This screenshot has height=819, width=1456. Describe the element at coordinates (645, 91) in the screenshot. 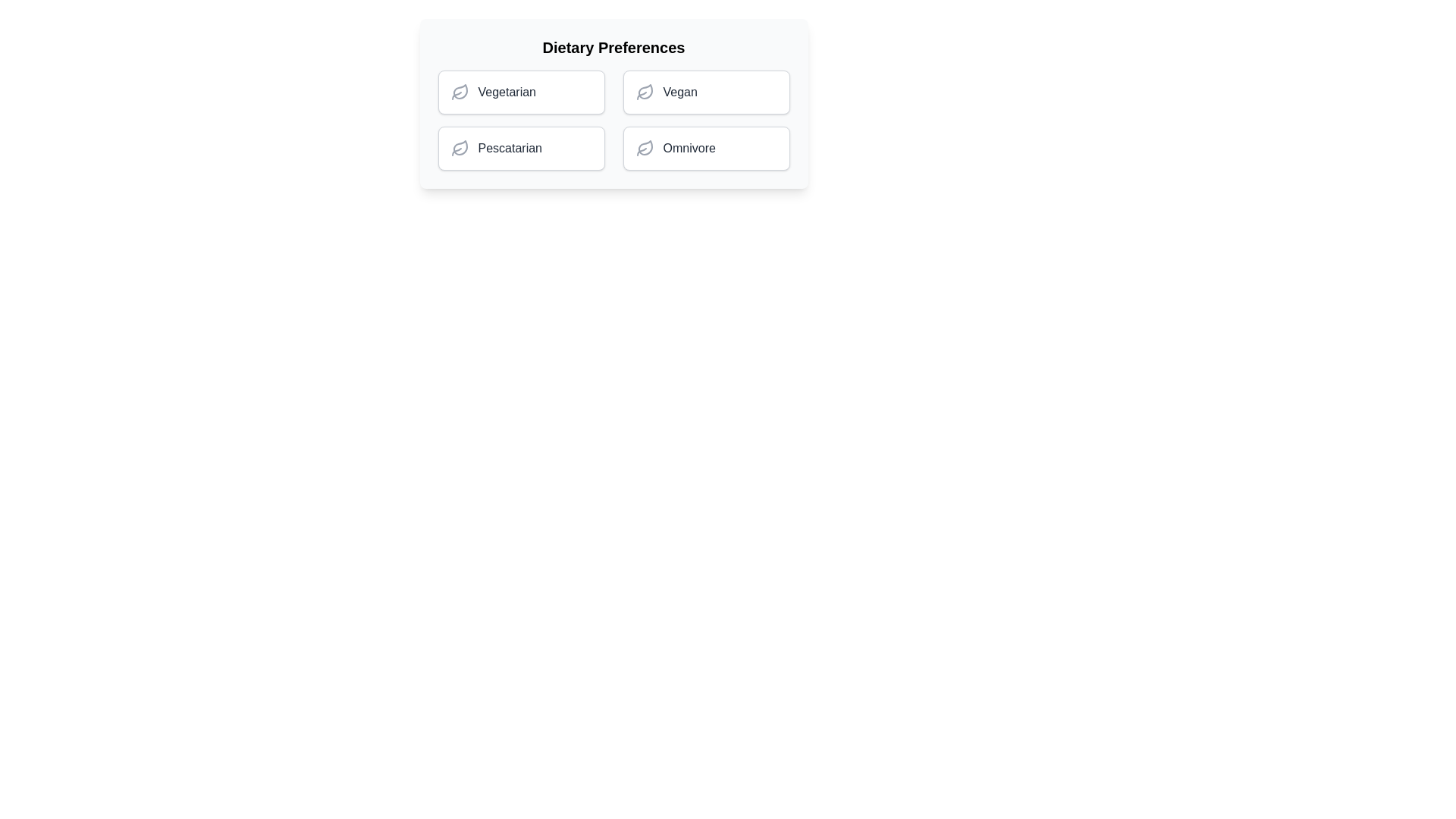

I see `the leaf icon representing the 'Vegan' dietary preference located in the top-right button of the 'Dietary Preferences' section` at that location.